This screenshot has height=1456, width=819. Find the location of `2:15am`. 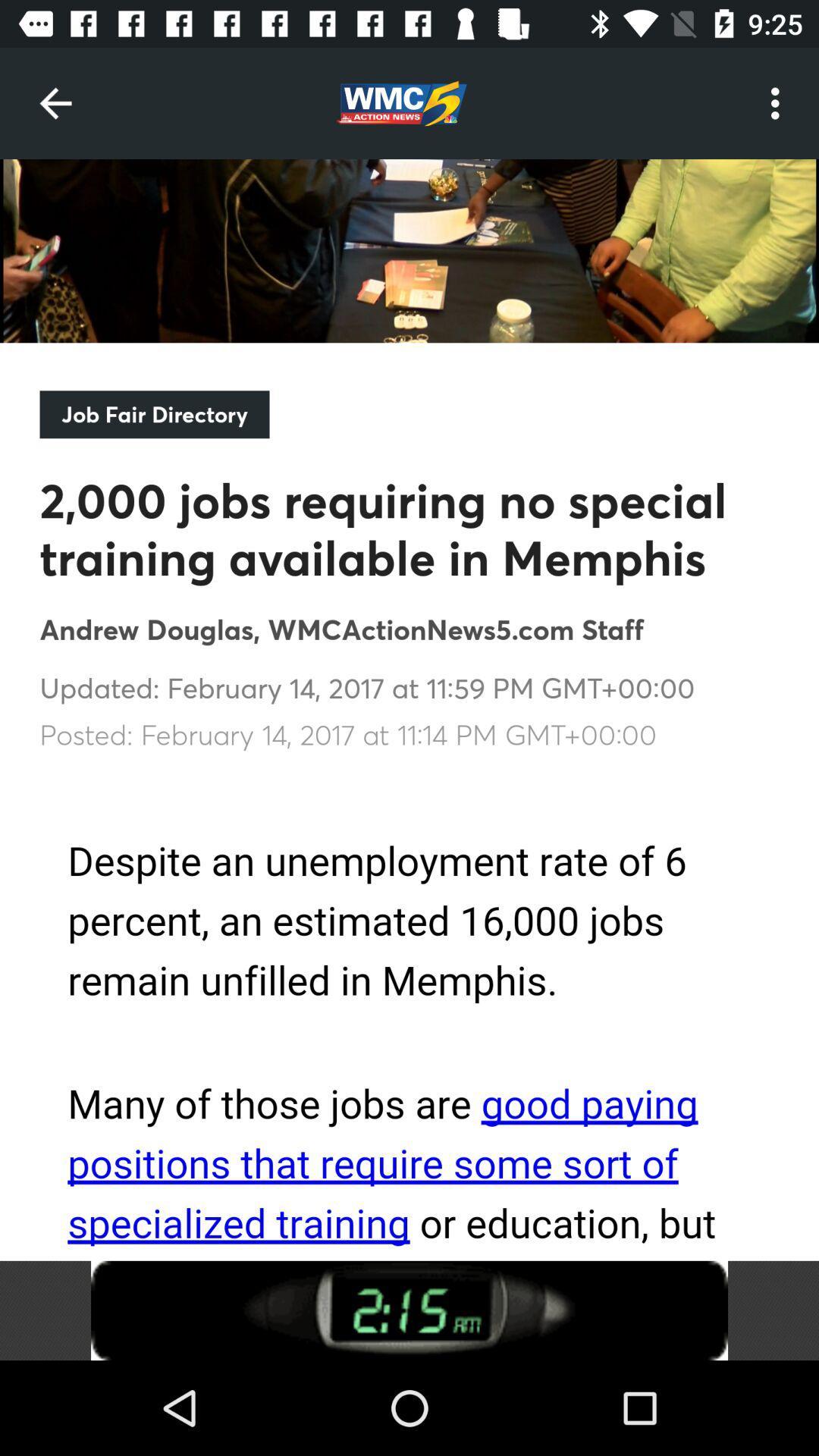

2:15am is located at coordinates (409, 1310).